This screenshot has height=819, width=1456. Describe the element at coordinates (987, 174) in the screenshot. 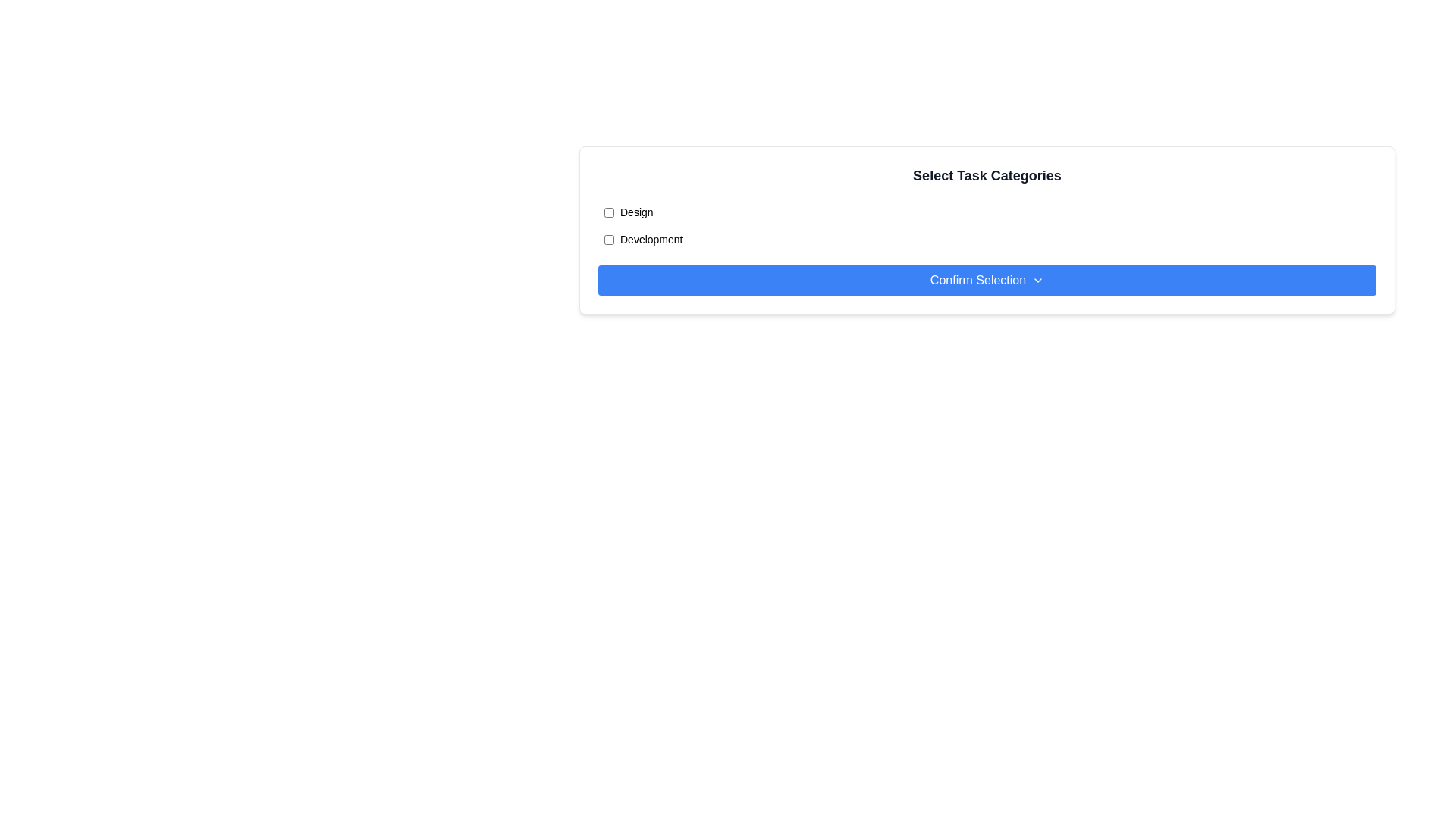

I see `the Text Label (Header) that displays 'Select Task Categories', which is a bold heading styled in a large font and dark gray color, located at the center of the panel` at that location.